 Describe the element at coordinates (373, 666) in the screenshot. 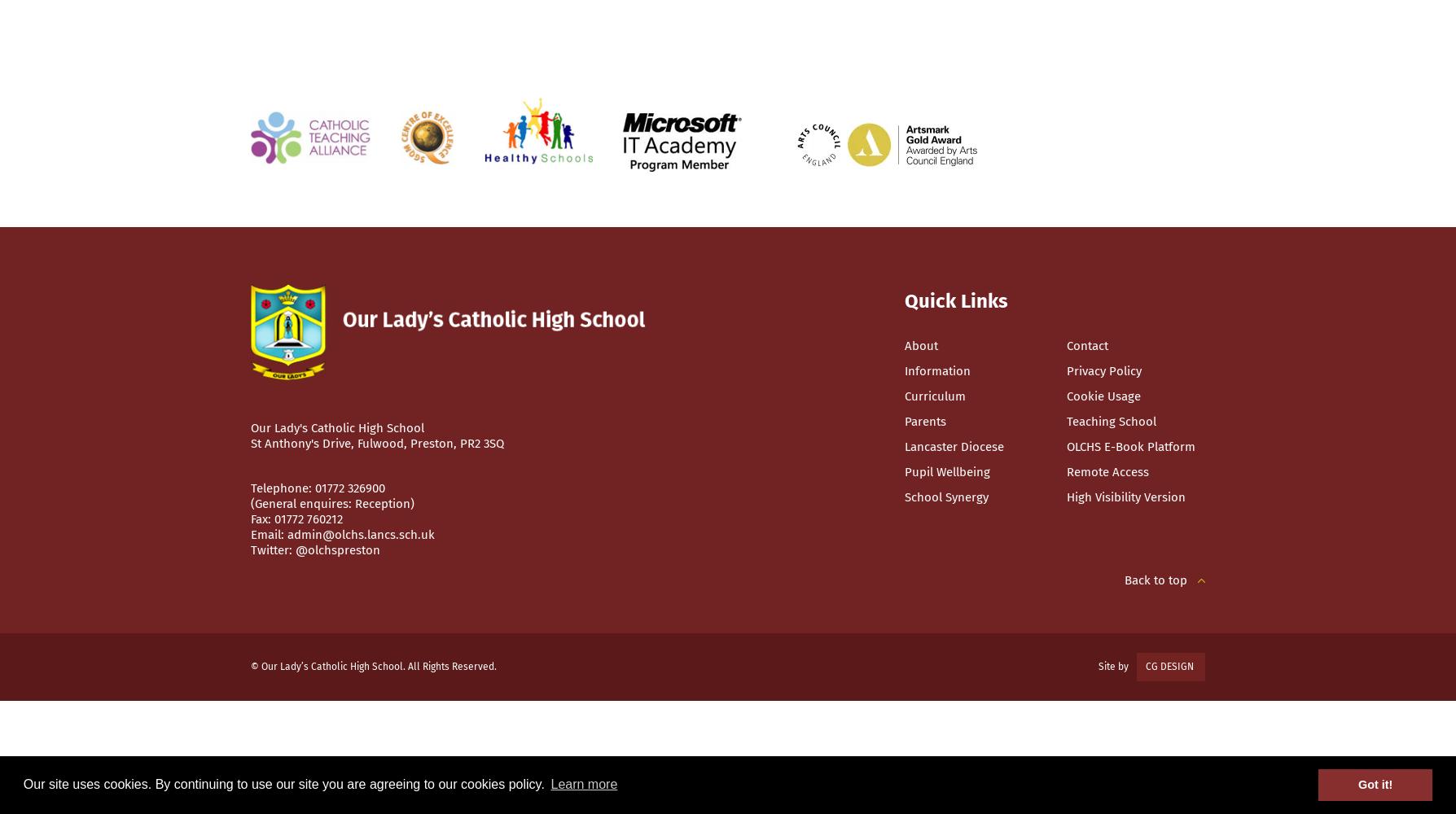

I see `'© Our Lady’s Catholic High School. All Rights Reserved.'` at that location.